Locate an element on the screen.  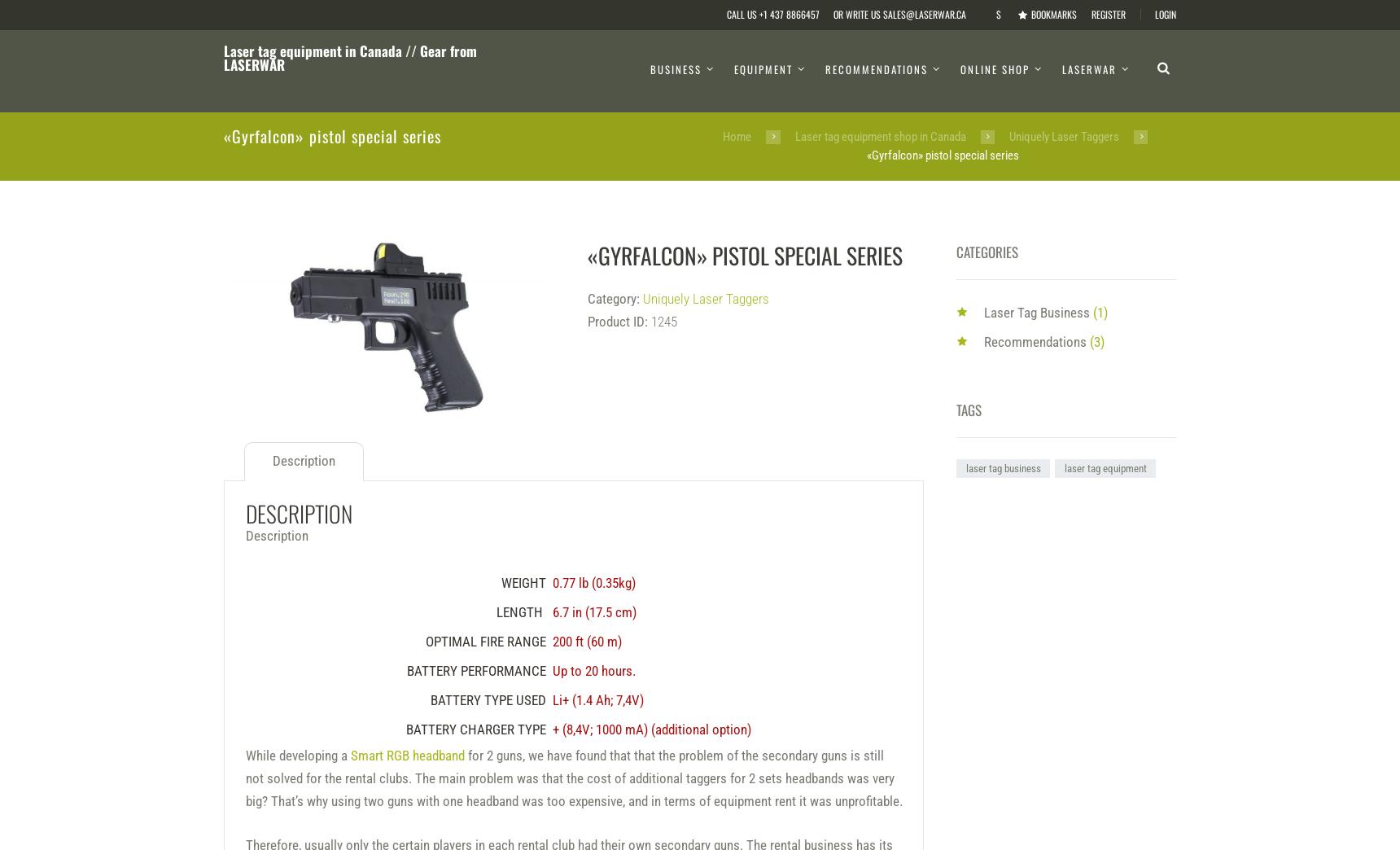
'Laser tag equipment shop in Canada' is located at coordinates (880, 135).